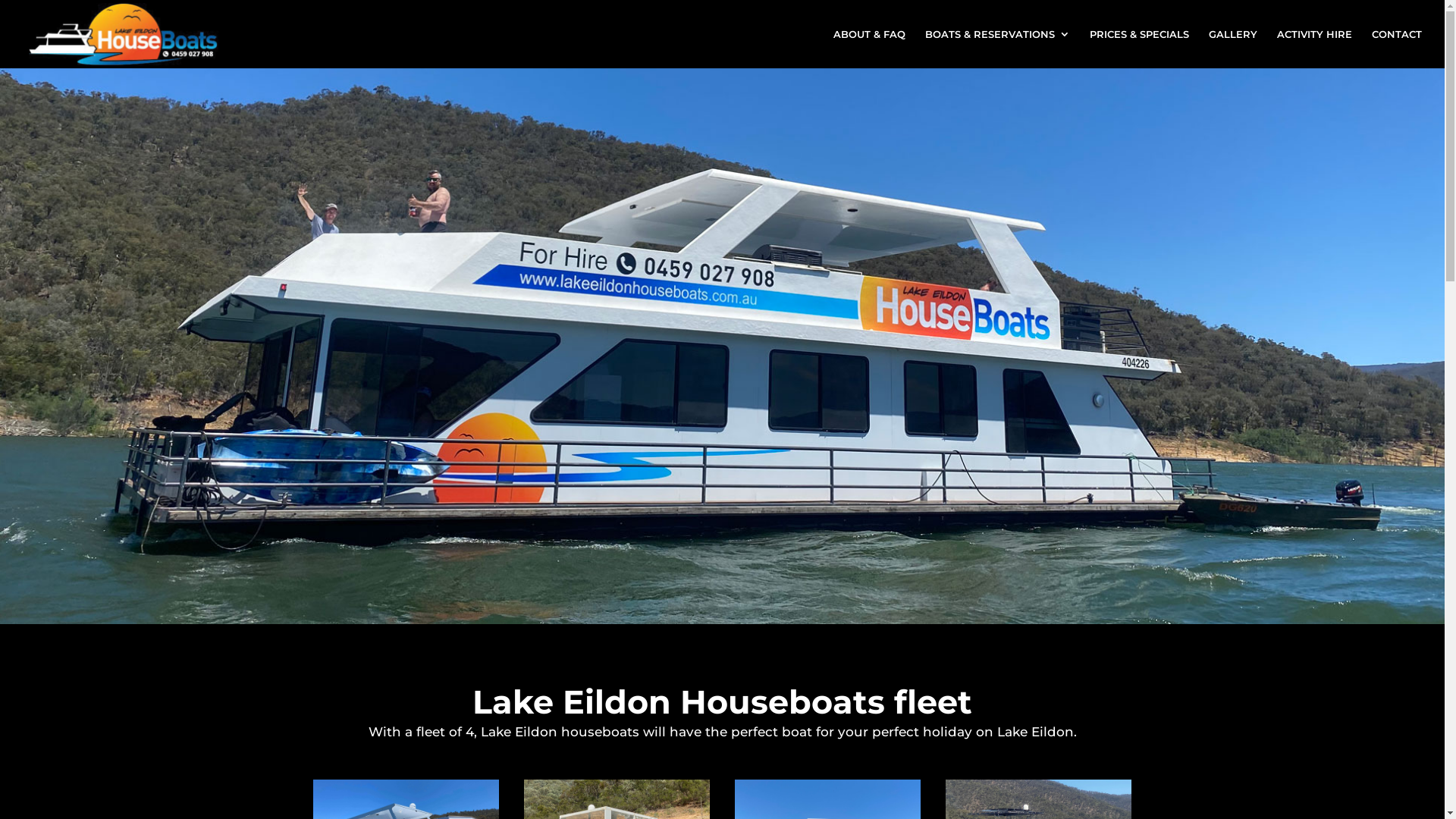 The width and height of the screenshot is (1456, 819). Describe the element at coordinates (1207, 48) in the screenshot. I see `'GALLERY'` at that location.